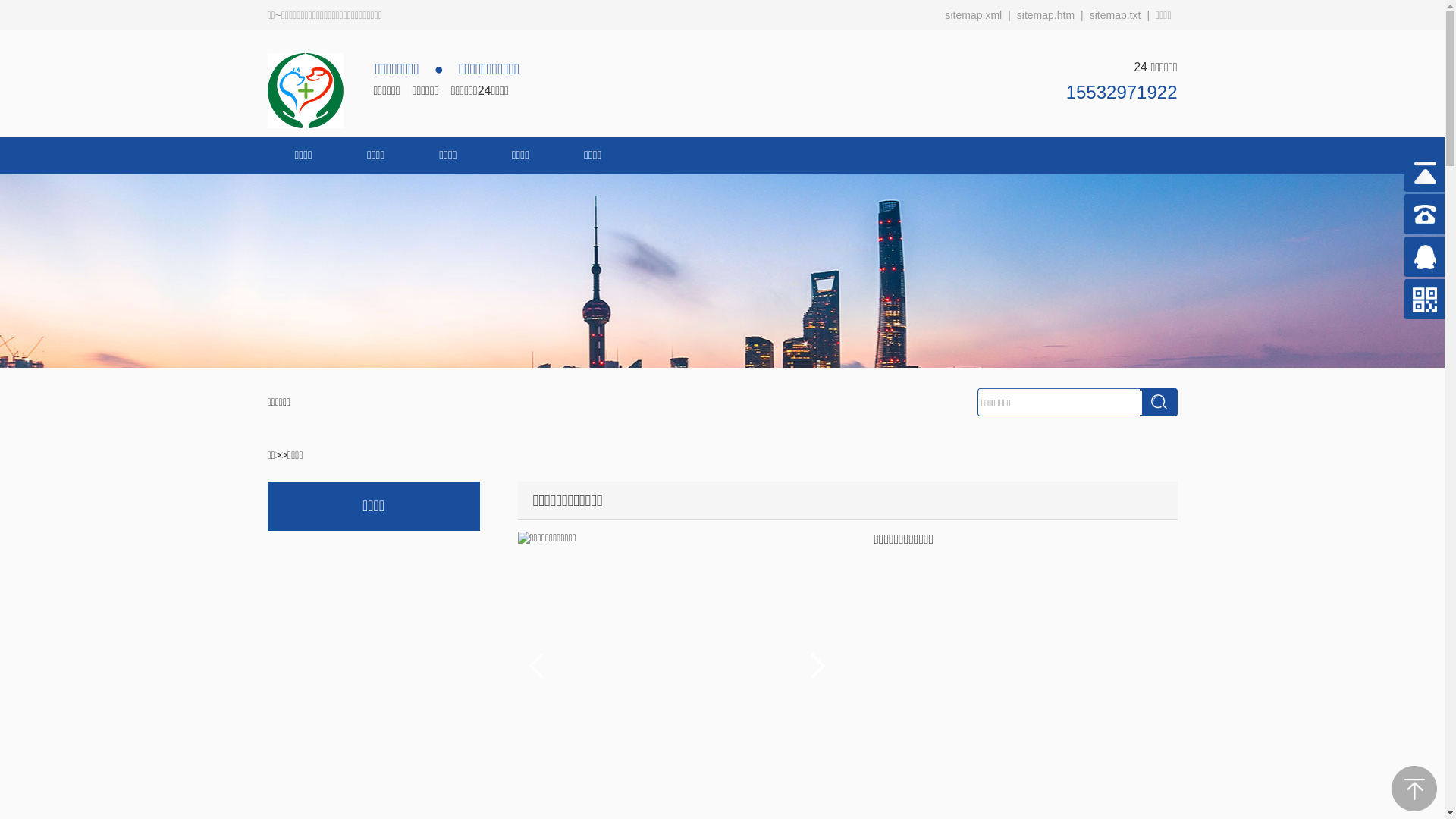  I want to click on 'sitemap.txt', so click(1115, 14).